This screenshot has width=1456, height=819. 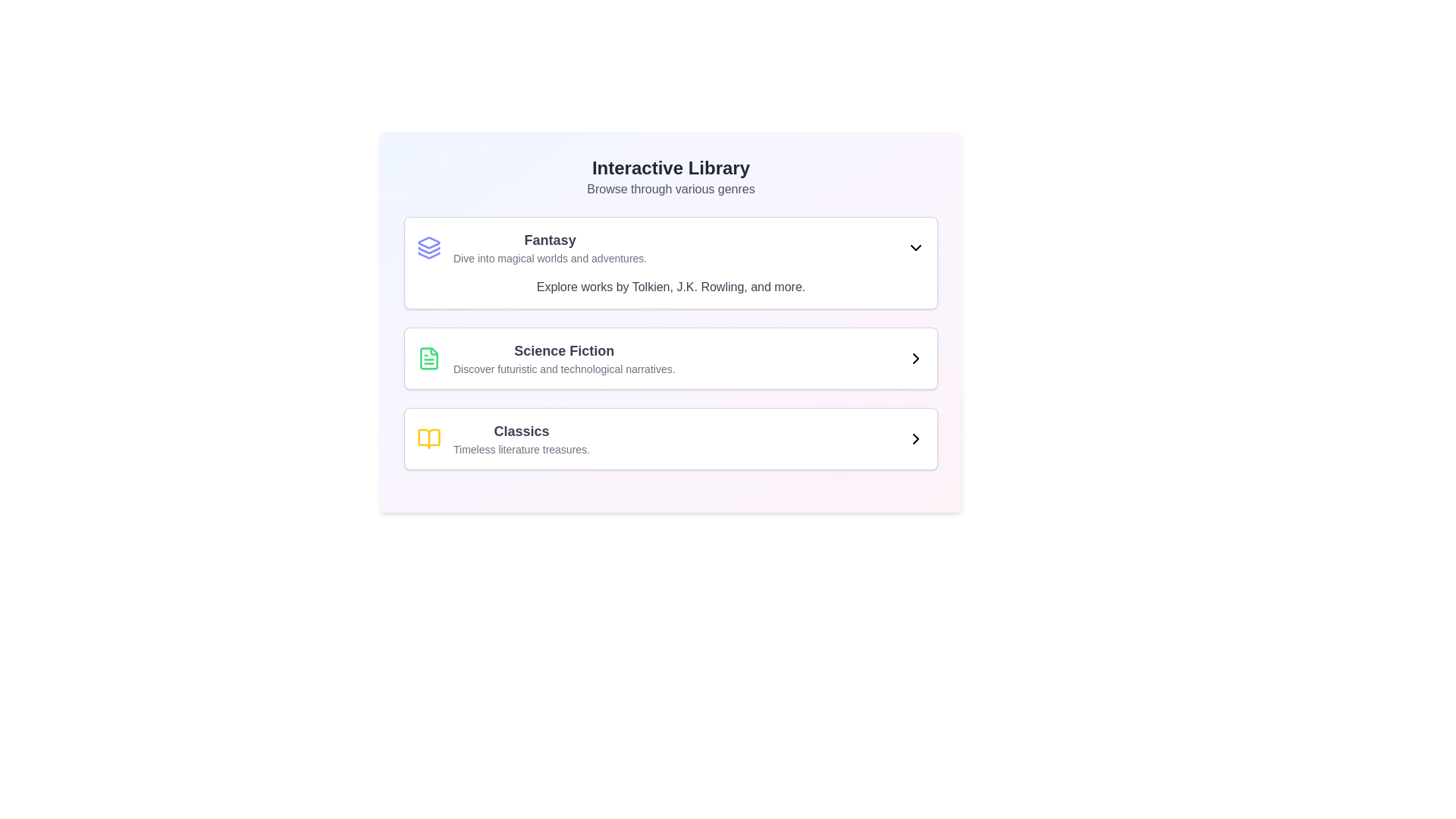 What do you see at coordinates (428, 359) in the screenshot?
I see `the green document icon located in the 'Science Fiction' section` at bounding box center [428, 359].